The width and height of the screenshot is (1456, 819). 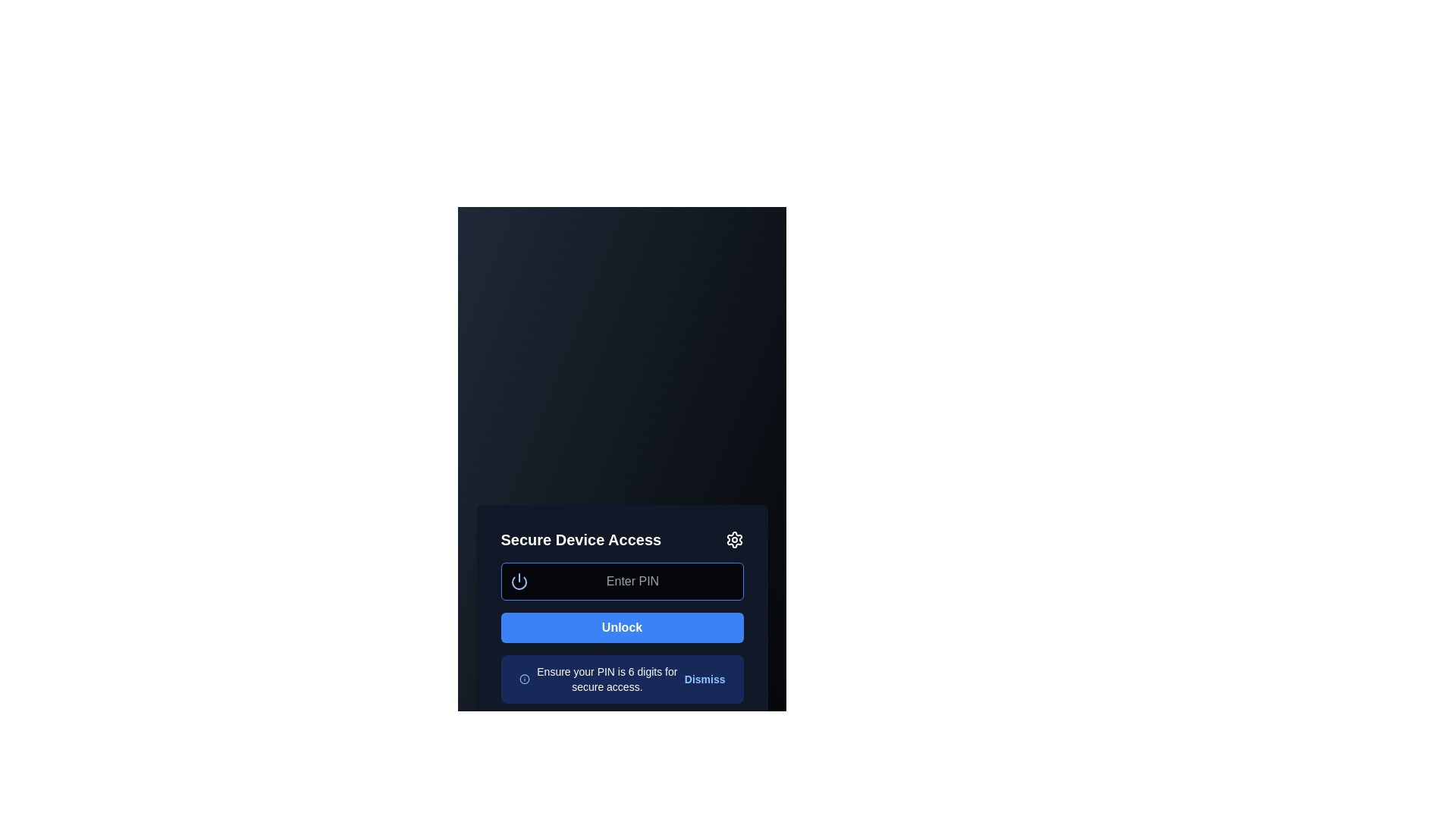 What do you see at coordinates (607, 678) in the screenshot?
I see `the security-related instruction text label located within the notification banner, which is positioned centrally and to the left of the 'Dismiss' button` at bounding box center [607, 678].